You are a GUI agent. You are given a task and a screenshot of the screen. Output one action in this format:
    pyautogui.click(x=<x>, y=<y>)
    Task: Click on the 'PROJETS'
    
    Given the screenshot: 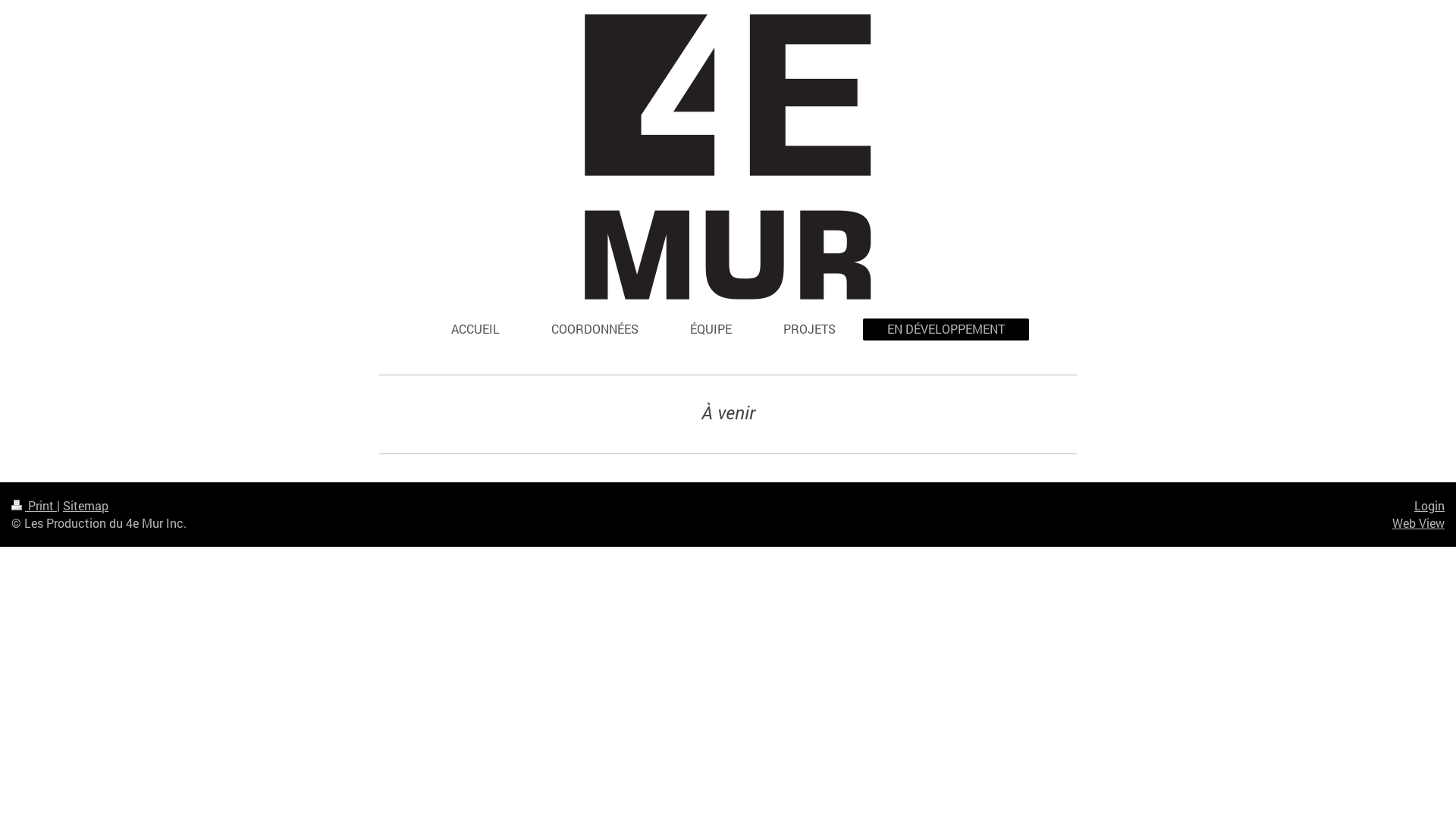 What is the action you would take?
    pyautogui.click(x=808, y=328)
    